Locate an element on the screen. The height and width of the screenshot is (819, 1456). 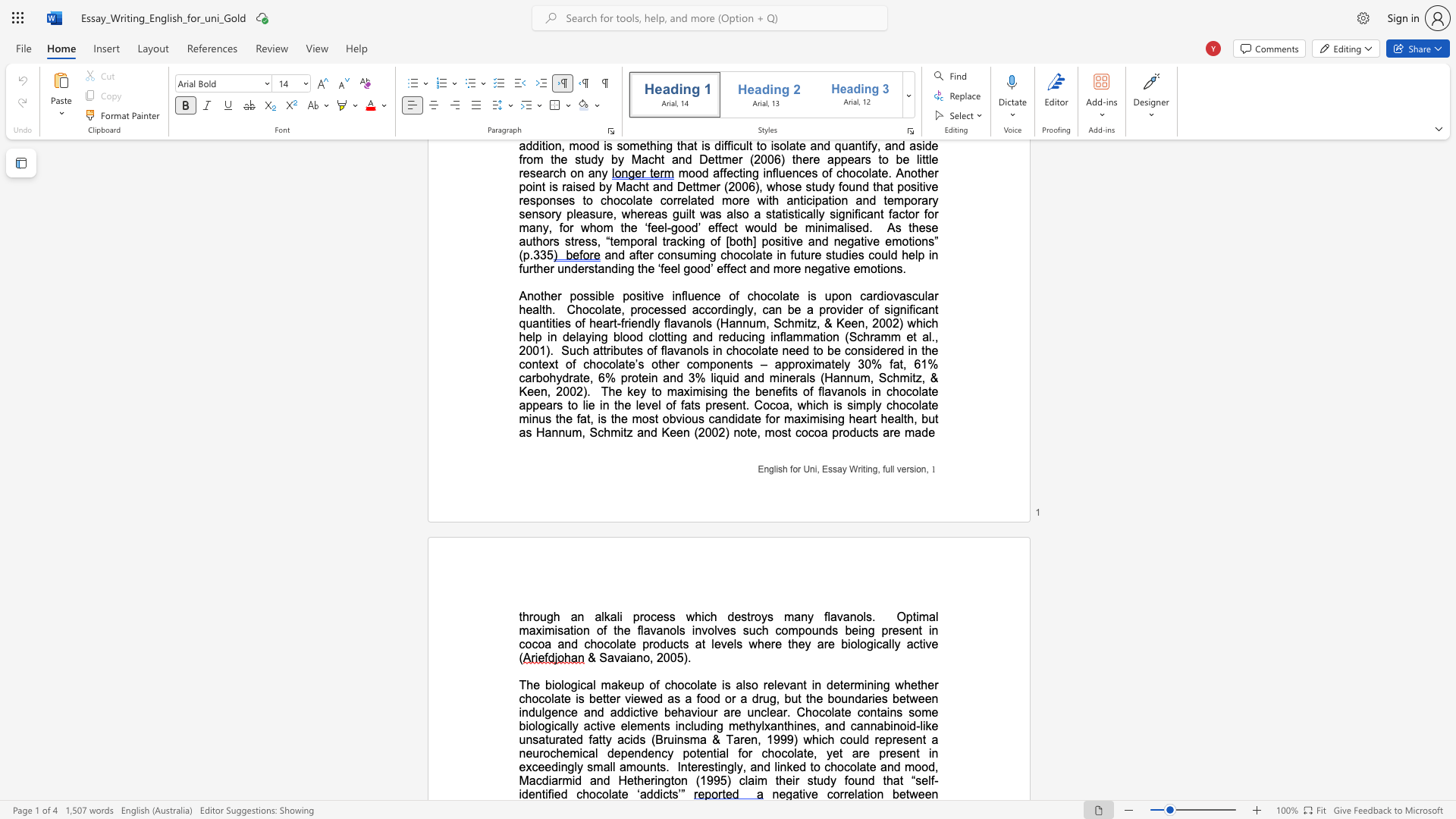
the subset text "a neurochemical dependency potential for chocolate, yet ar" within the text "a neurochemical dependency potential for chocolate, yet are present in exceedingly small amounts" is located at coordinates (930, 739).